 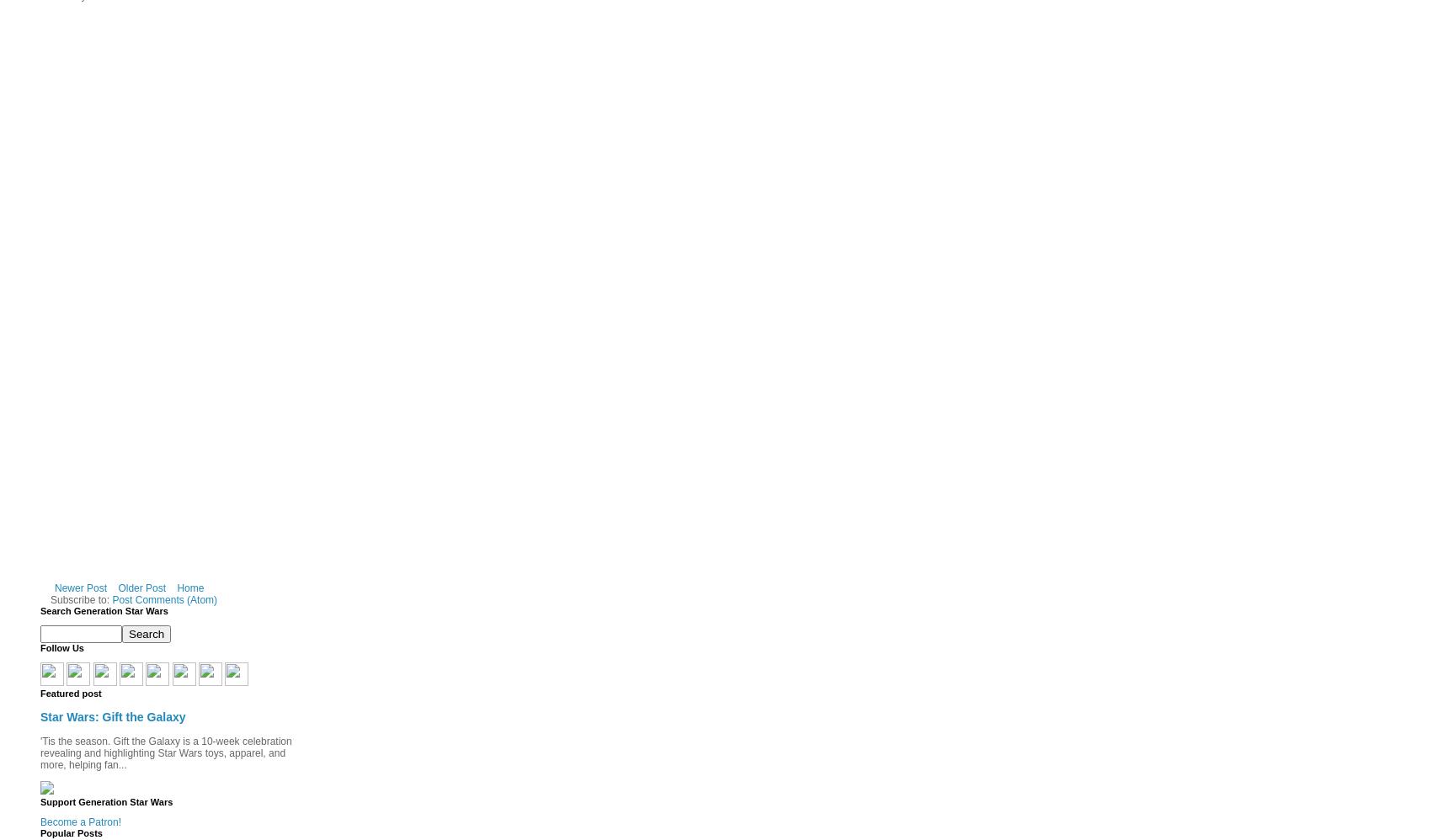 What do you see at coordinates (80, 599) in the screenshot?
I see `'Subscribe to:'` at bounding box center [80, 599].